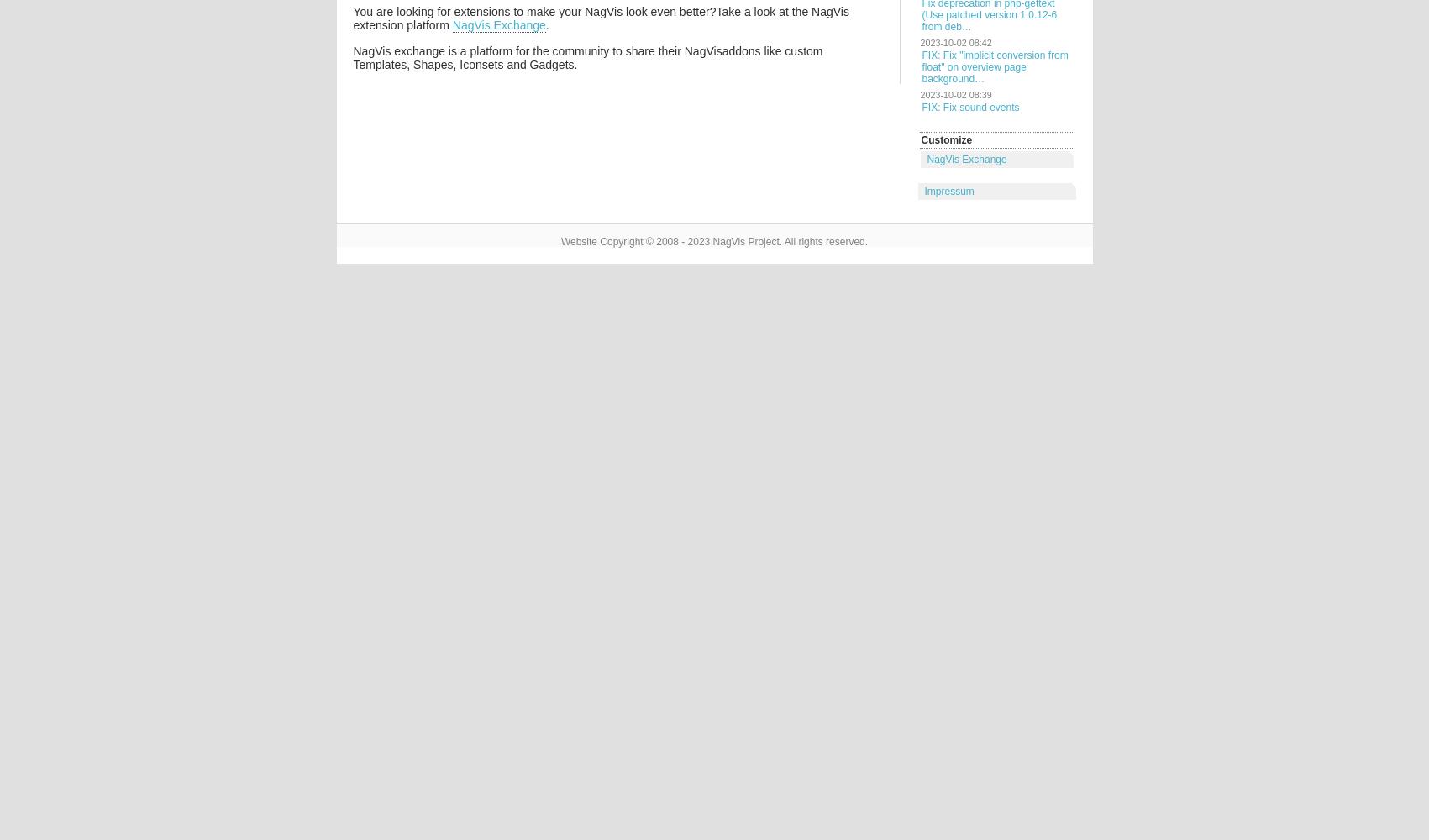 The image size is (1429, 840). Describe the element at coordinates (599, 18) in the screenshot. I see `'You are looking for extensions to make your NagVis look even better?Take a look at the NagVis extension platform'` at that location.